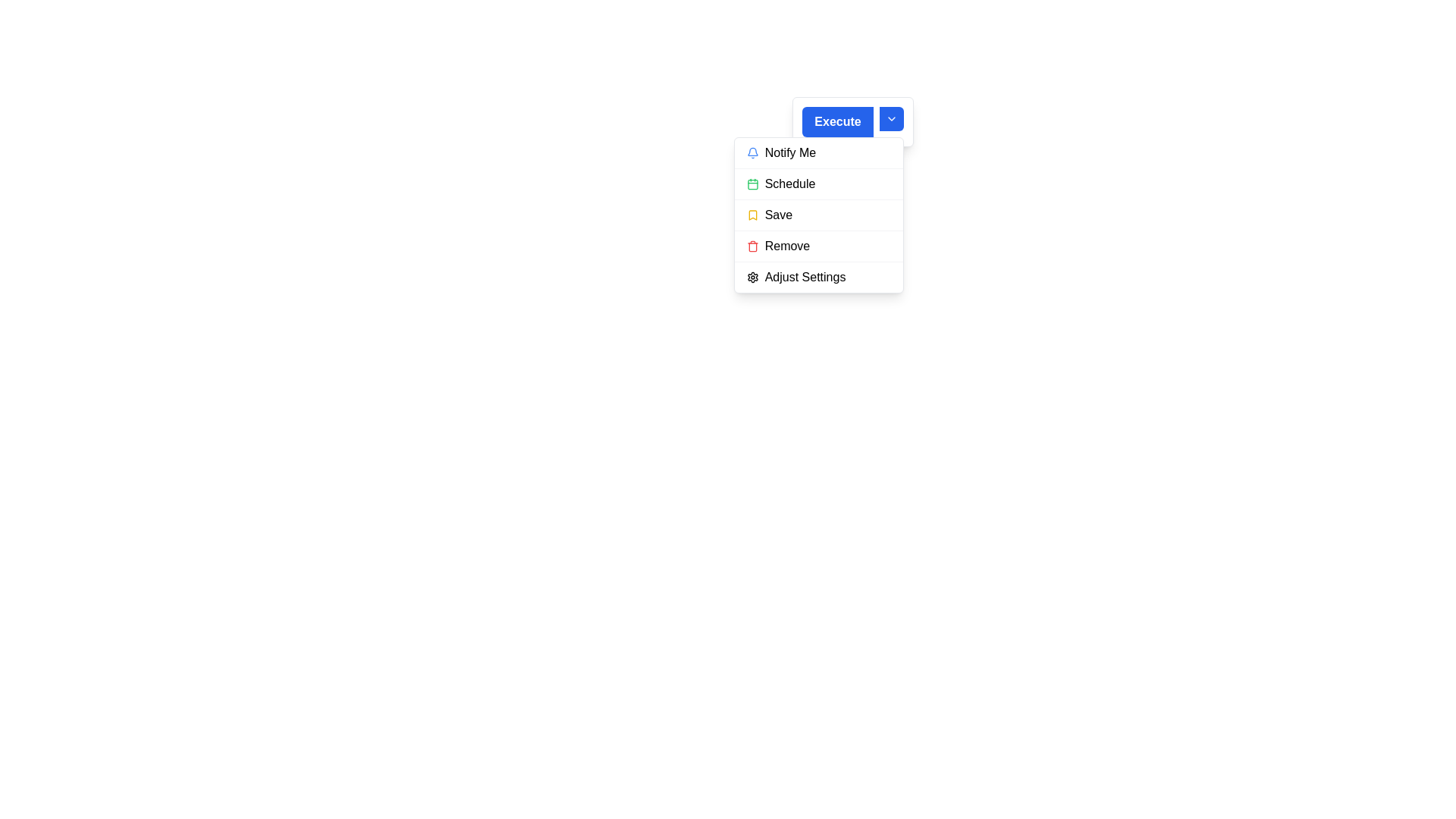 Image resolution: width=1456 pixels, height=819 pixels. What do you see at coordinates (817, 215) in the screenshot?
I see `the 'Save' button in the dropdown menu` at bounding box center [817, 215].